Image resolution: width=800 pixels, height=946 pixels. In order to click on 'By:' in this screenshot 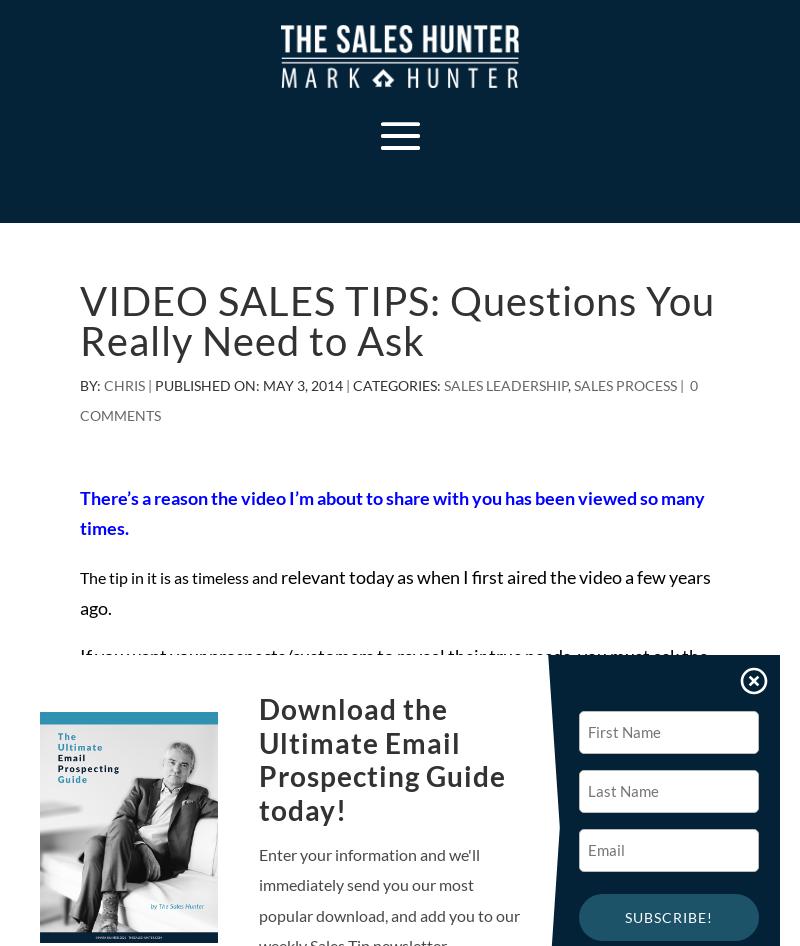, I will do `click(92, 384)`.